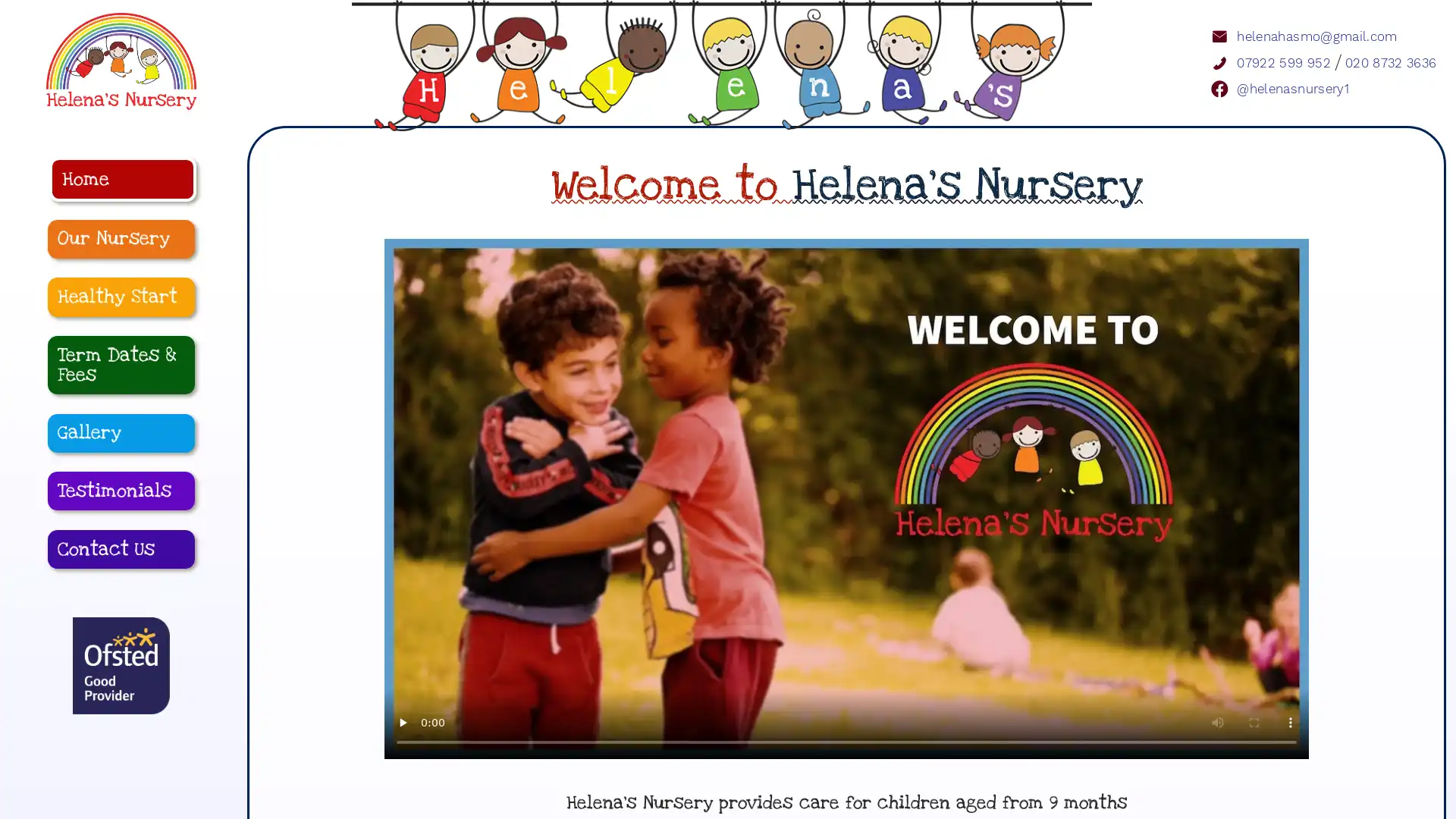 Image resolution: width=1456 pixels, height=819 pixels. I want to click on mute, so click(1218, 747).